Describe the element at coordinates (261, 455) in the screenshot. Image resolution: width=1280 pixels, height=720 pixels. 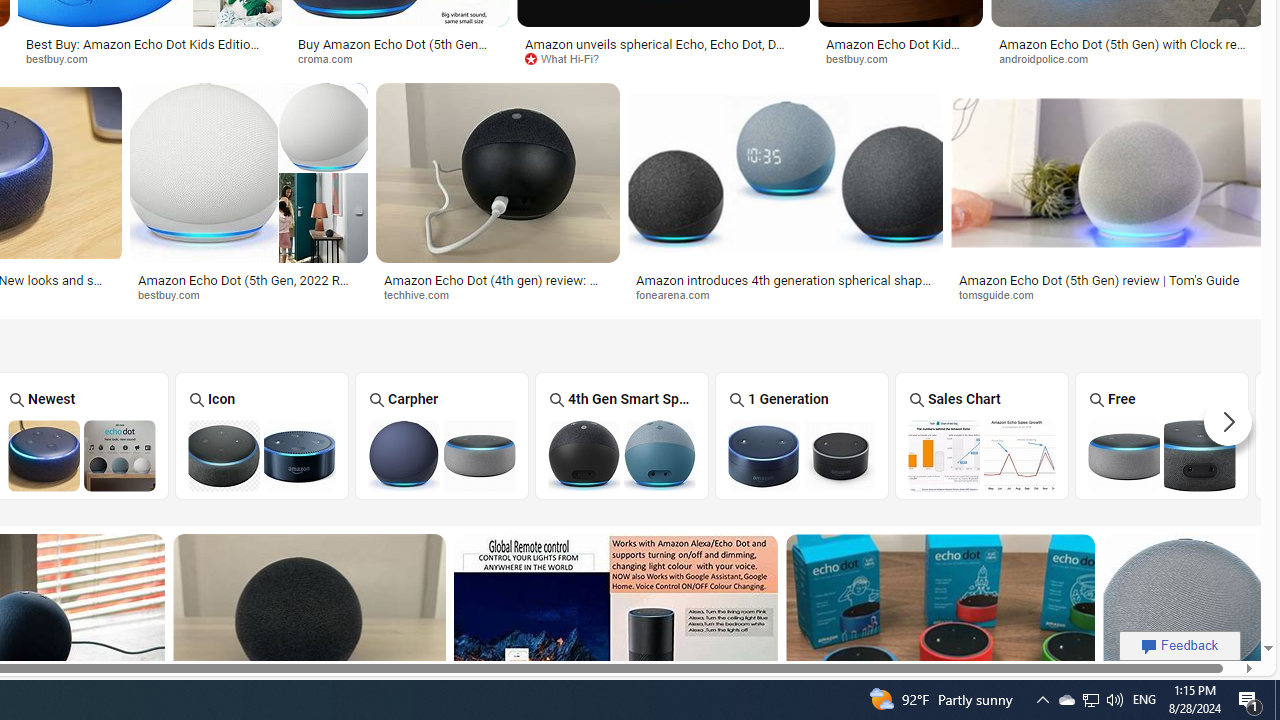
I see `'Amazon Echo Dot Icon'` at that location.